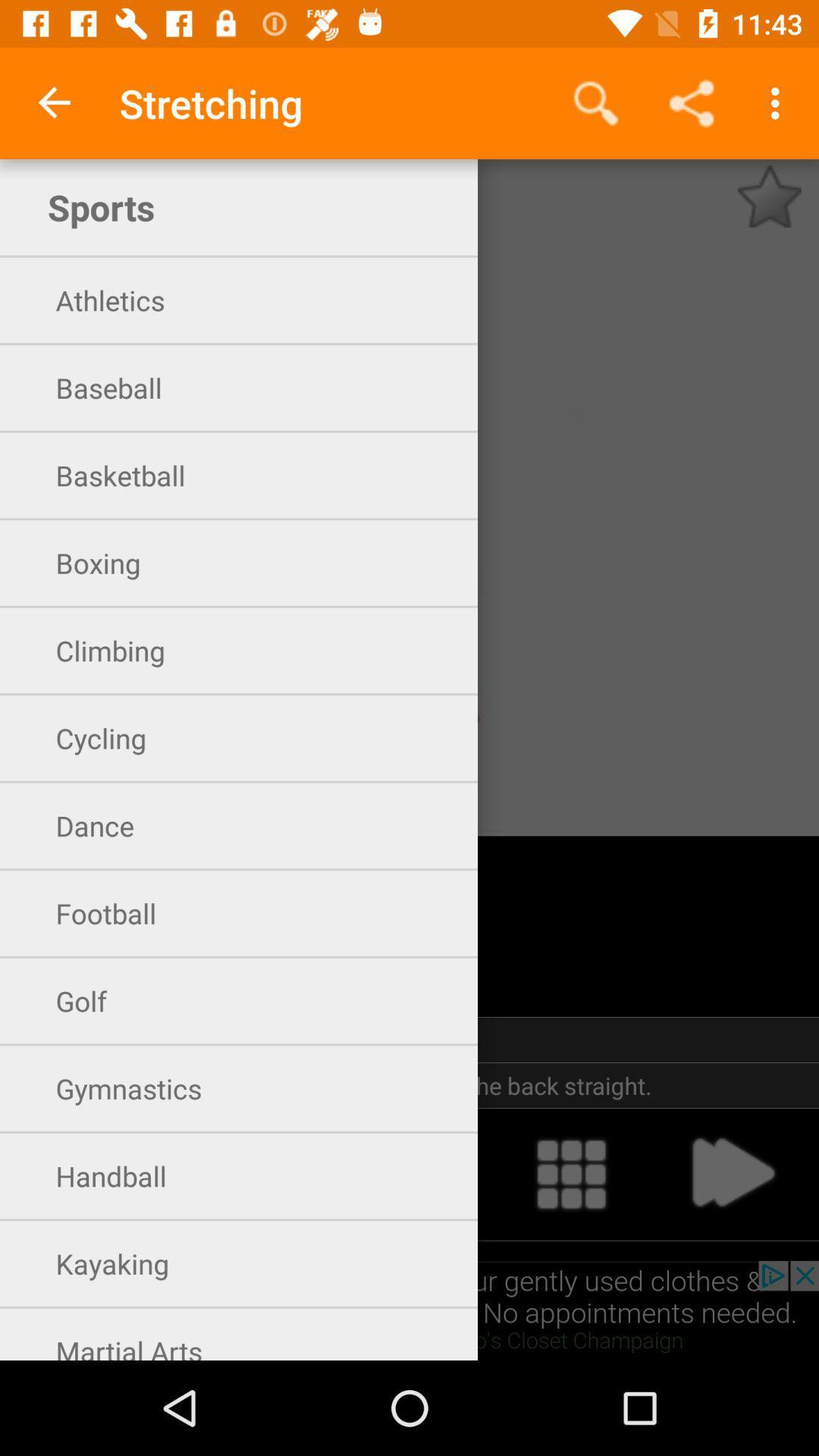 This screenshot has width=819, height=1456. I want to click on the arrow_forward icon, so click(731, 1173).